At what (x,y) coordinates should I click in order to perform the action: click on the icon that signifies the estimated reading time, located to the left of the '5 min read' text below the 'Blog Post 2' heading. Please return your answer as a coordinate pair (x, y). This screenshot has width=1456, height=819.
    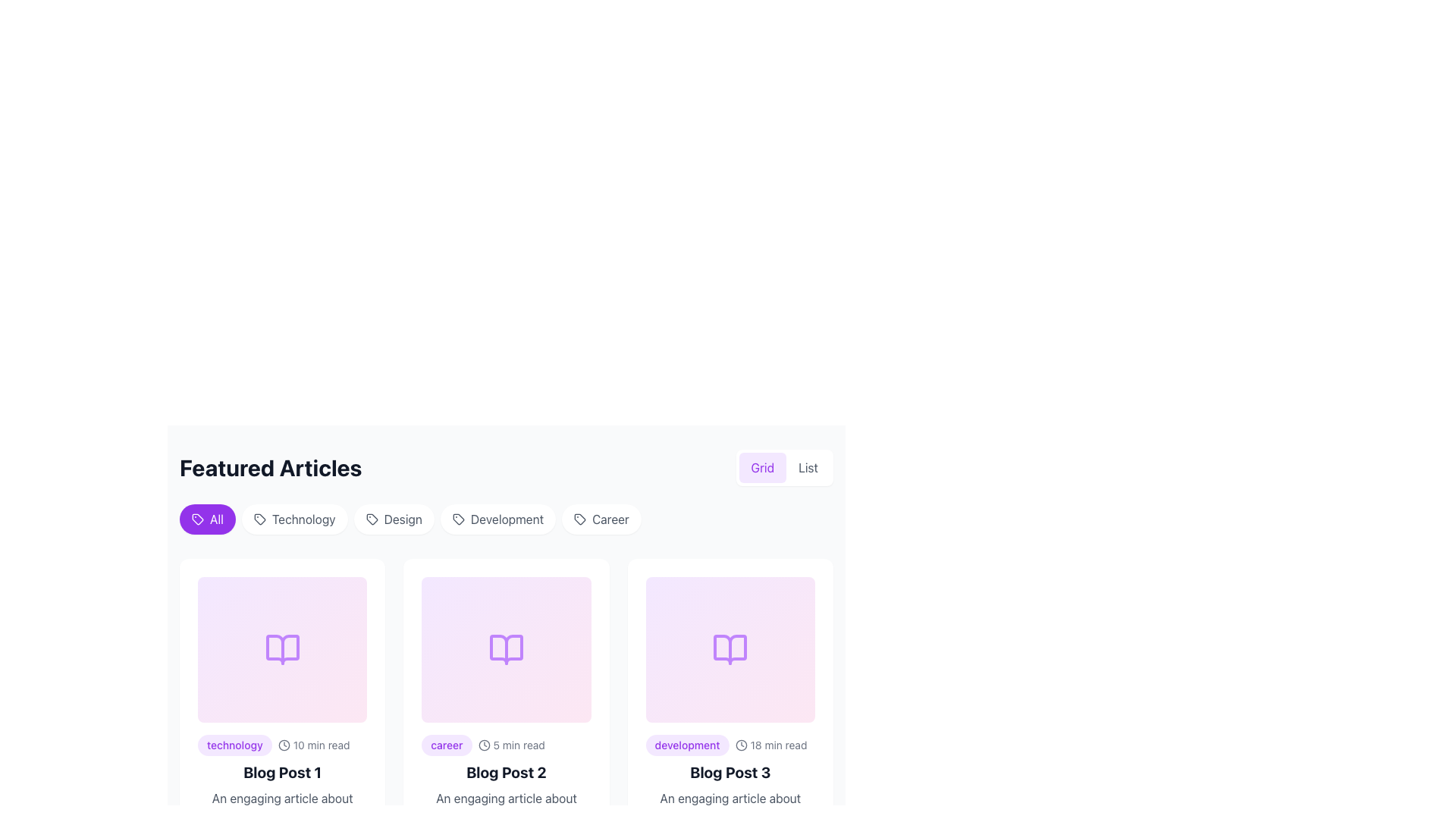
    Looking at the image, I should click on (483, 745).